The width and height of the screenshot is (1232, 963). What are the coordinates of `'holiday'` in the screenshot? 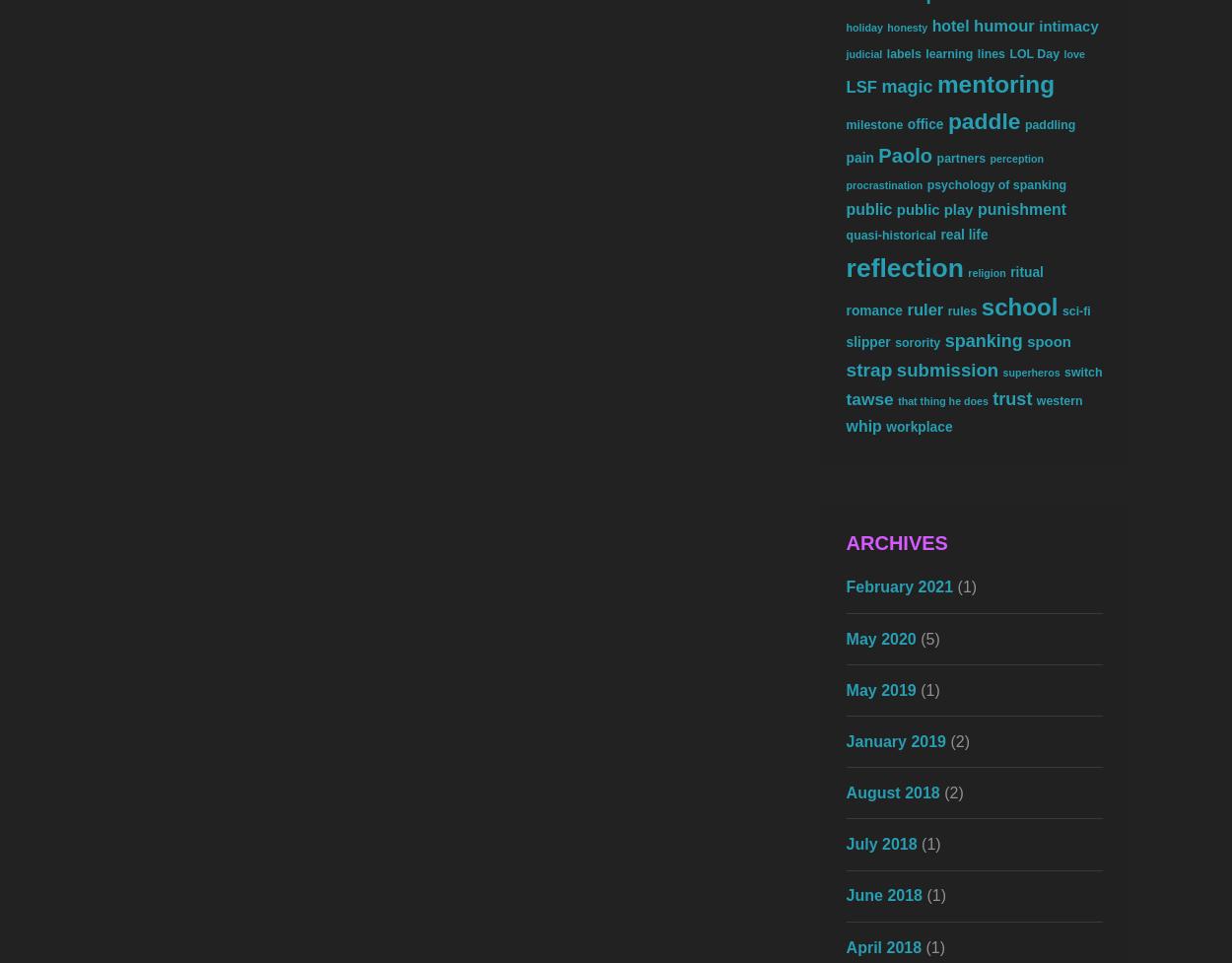 It's located at (863, 28).